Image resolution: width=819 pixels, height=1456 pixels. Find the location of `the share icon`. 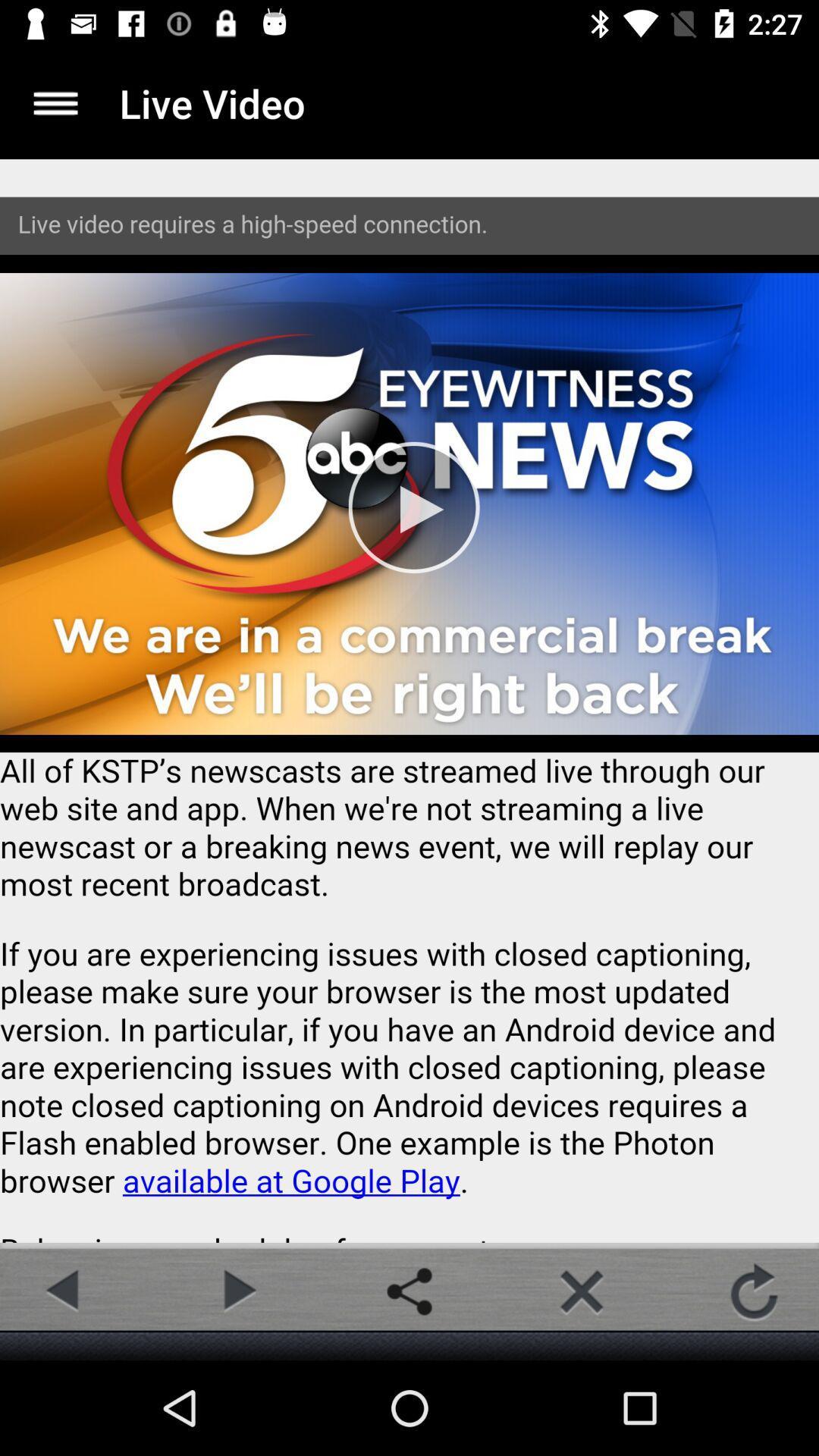

the share icon is located at coordinates (409, 1291).